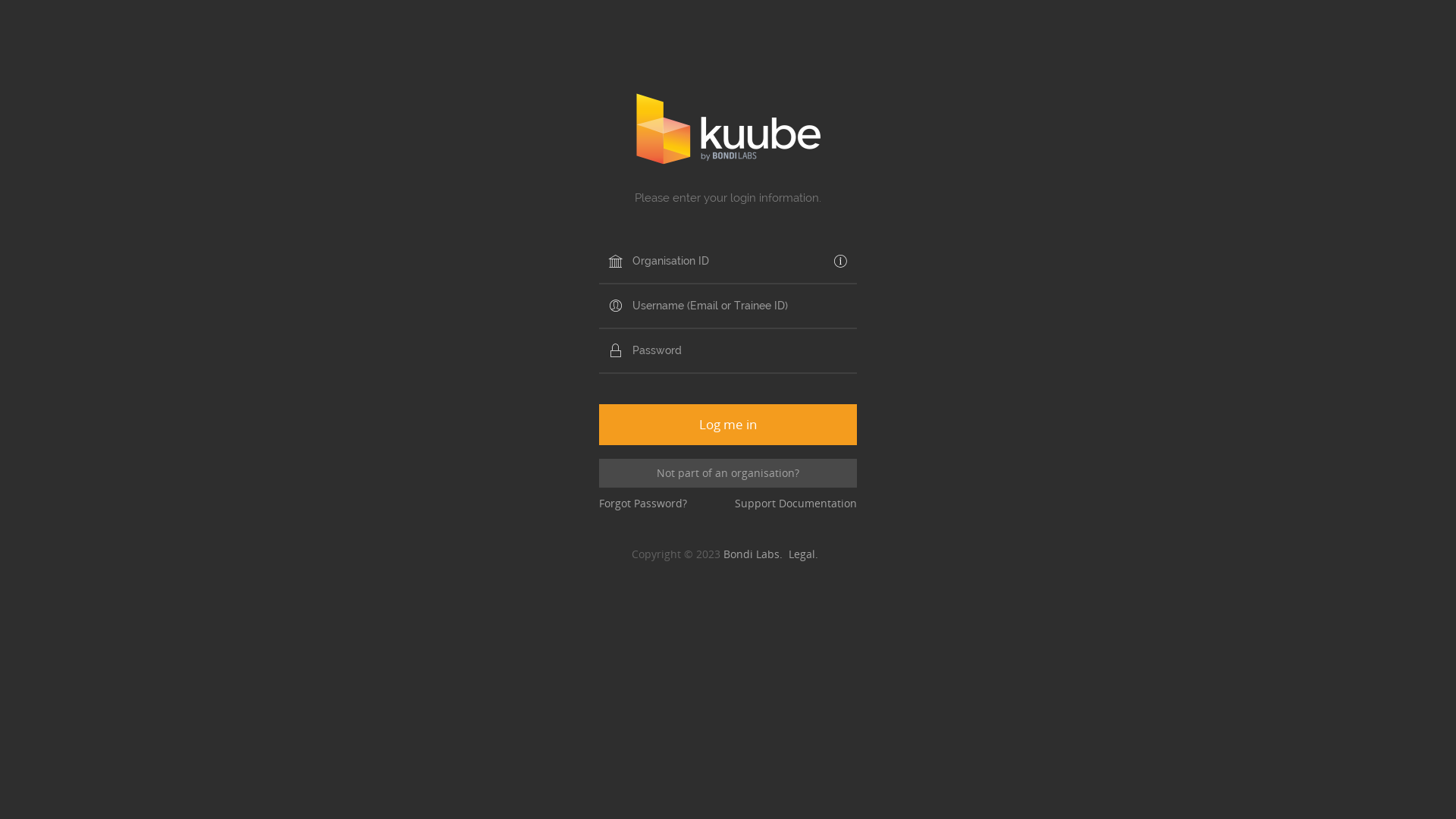 This screenshot has height=819, width=1456. I want to click on 'Forgot Password?', so click(643, 503).